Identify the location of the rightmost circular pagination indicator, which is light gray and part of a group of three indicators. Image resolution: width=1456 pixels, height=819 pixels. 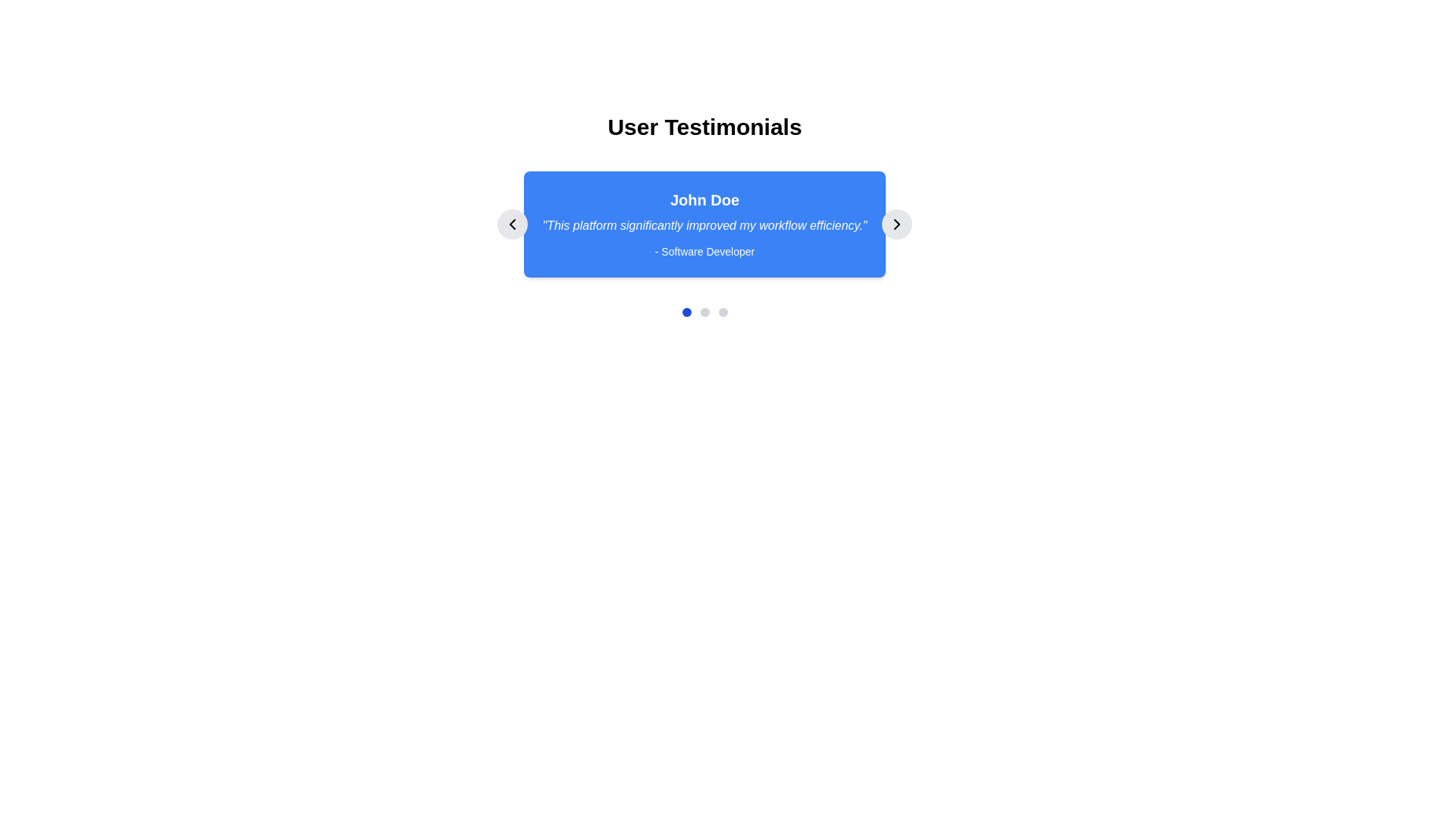
(722, 312).